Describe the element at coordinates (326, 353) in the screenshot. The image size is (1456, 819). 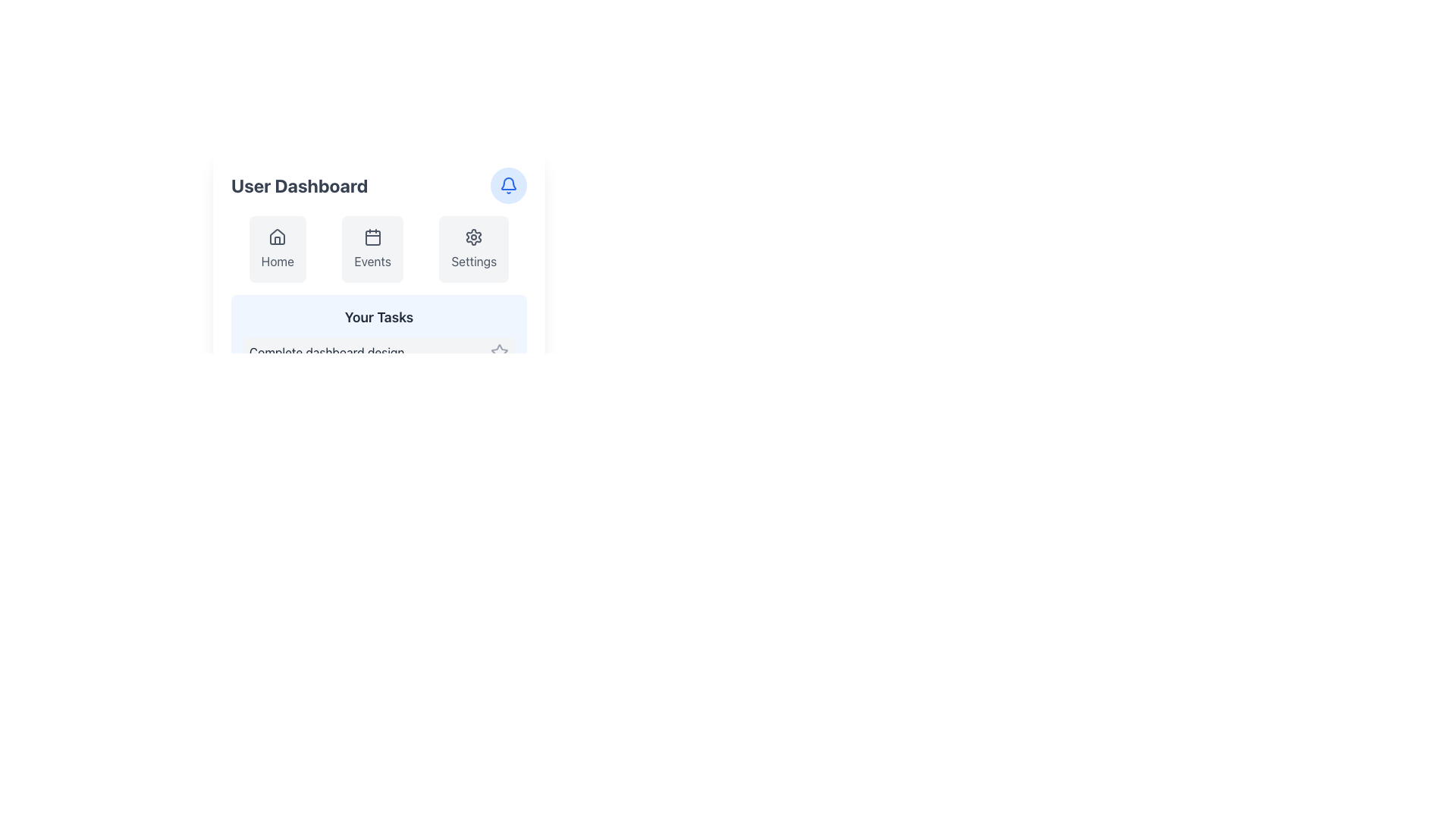
I see `the text label that displays the title or description of a specific task, located below the 'Your Tasks' label in the central area of the interface` at that location.